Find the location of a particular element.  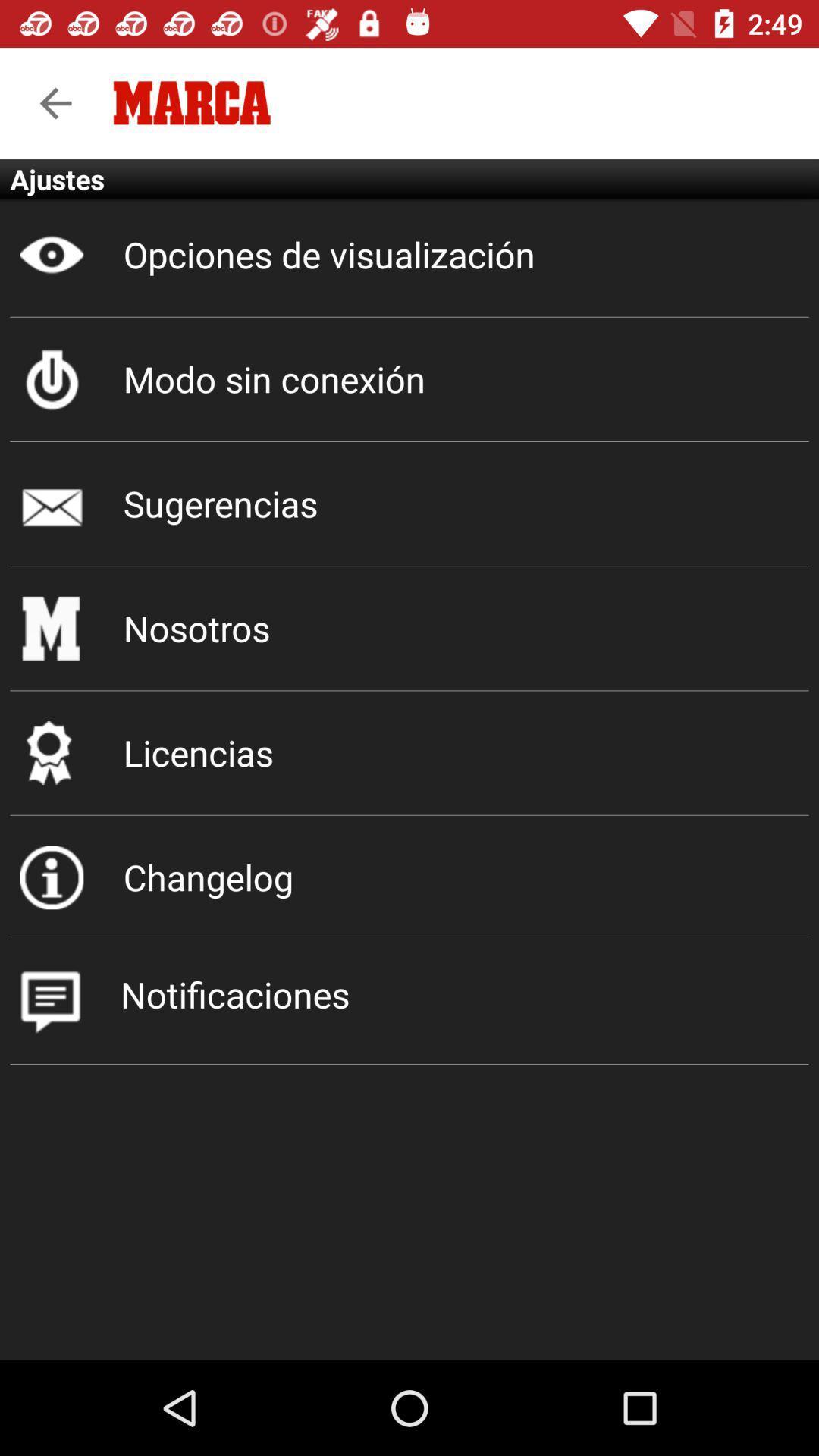

changelog item is located at coordinates (409, 877).